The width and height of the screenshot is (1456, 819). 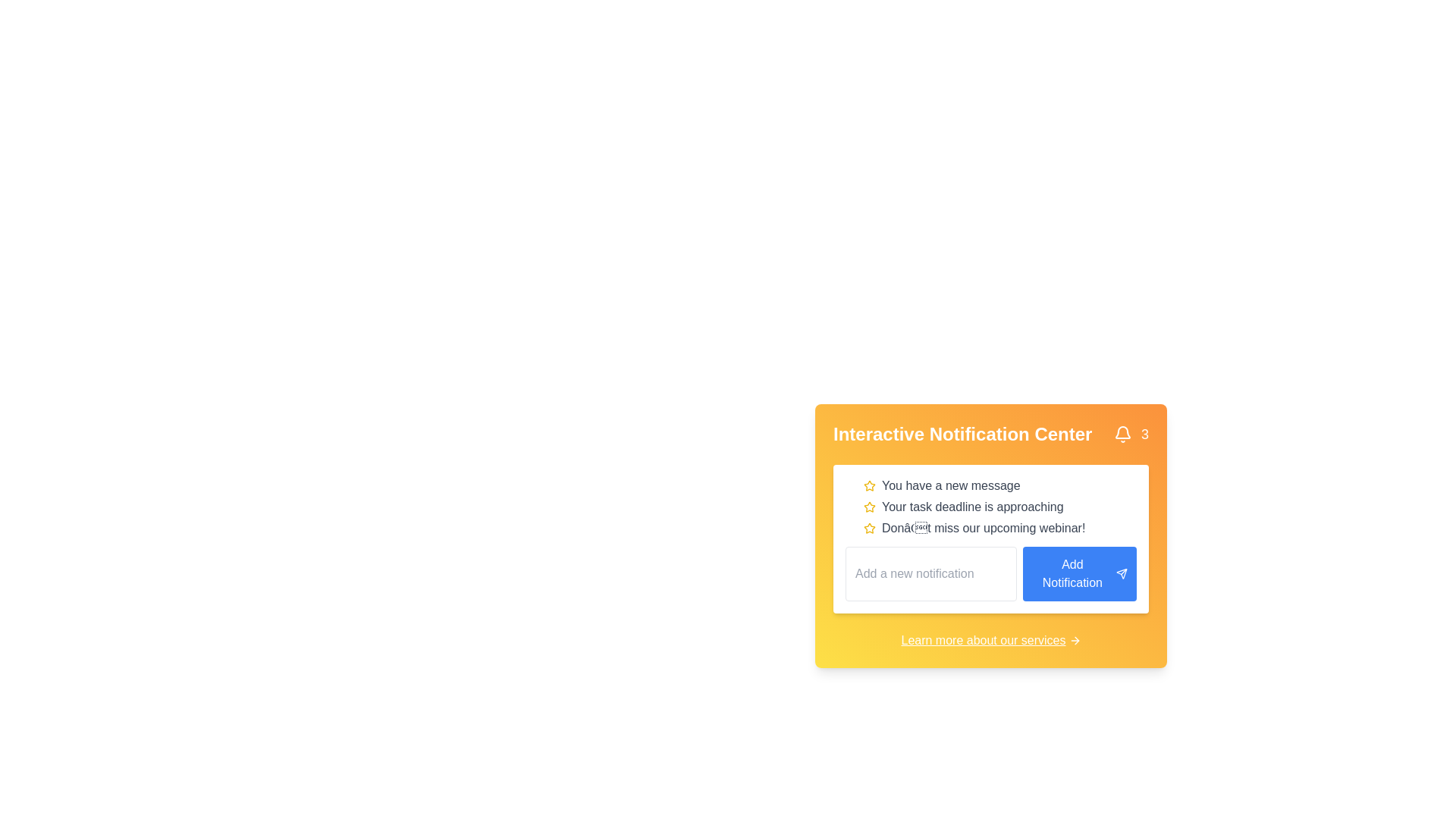 I want to click on text label that serves as the main title for the notification panel, located at the top-left corner of the panel, to the left of the number icon and bell icon, so click(x=962, y=435).